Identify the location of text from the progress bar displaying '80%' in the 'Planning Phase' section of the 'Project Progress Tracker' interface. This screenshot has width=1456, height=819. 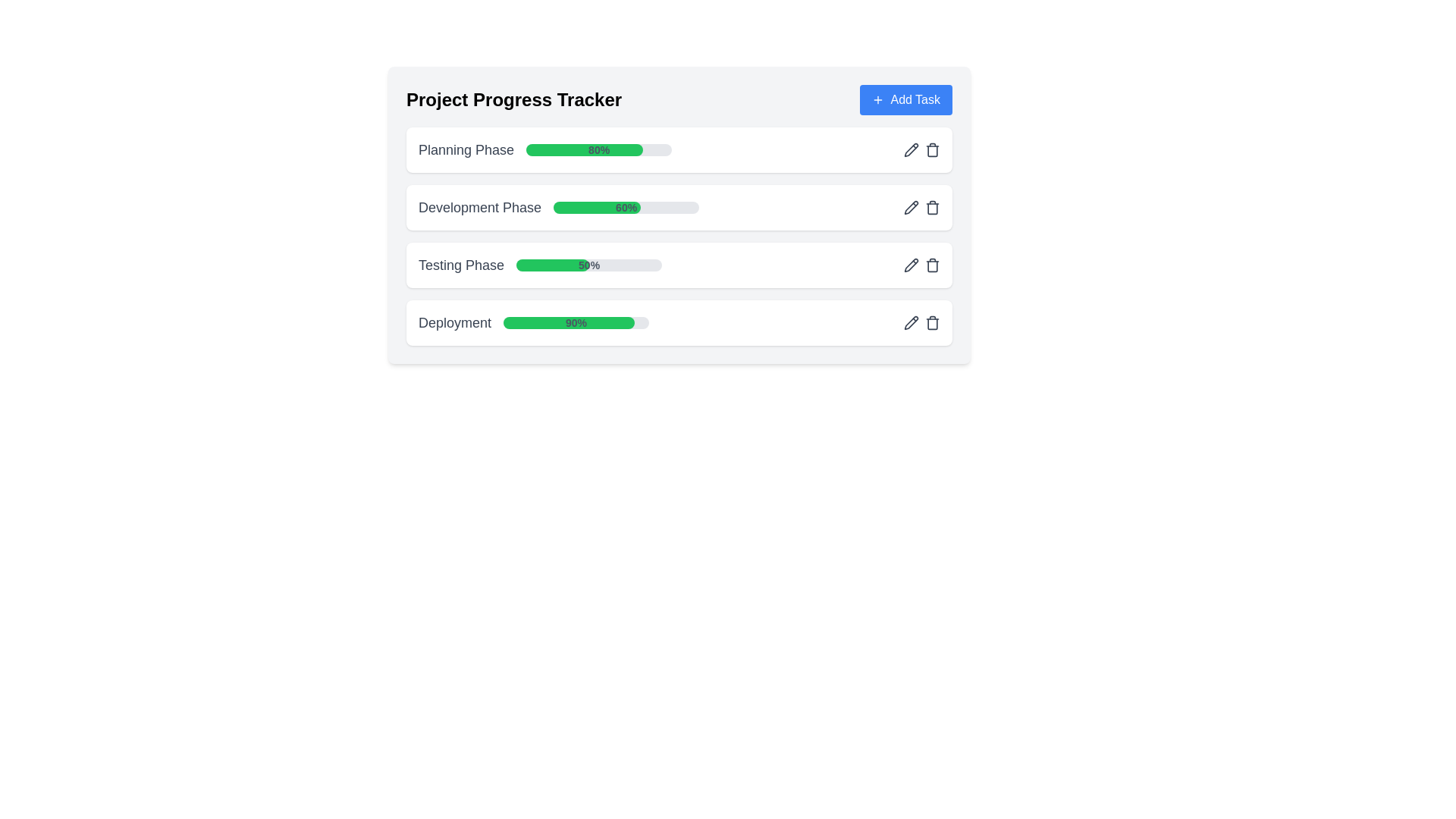
(598, 149).